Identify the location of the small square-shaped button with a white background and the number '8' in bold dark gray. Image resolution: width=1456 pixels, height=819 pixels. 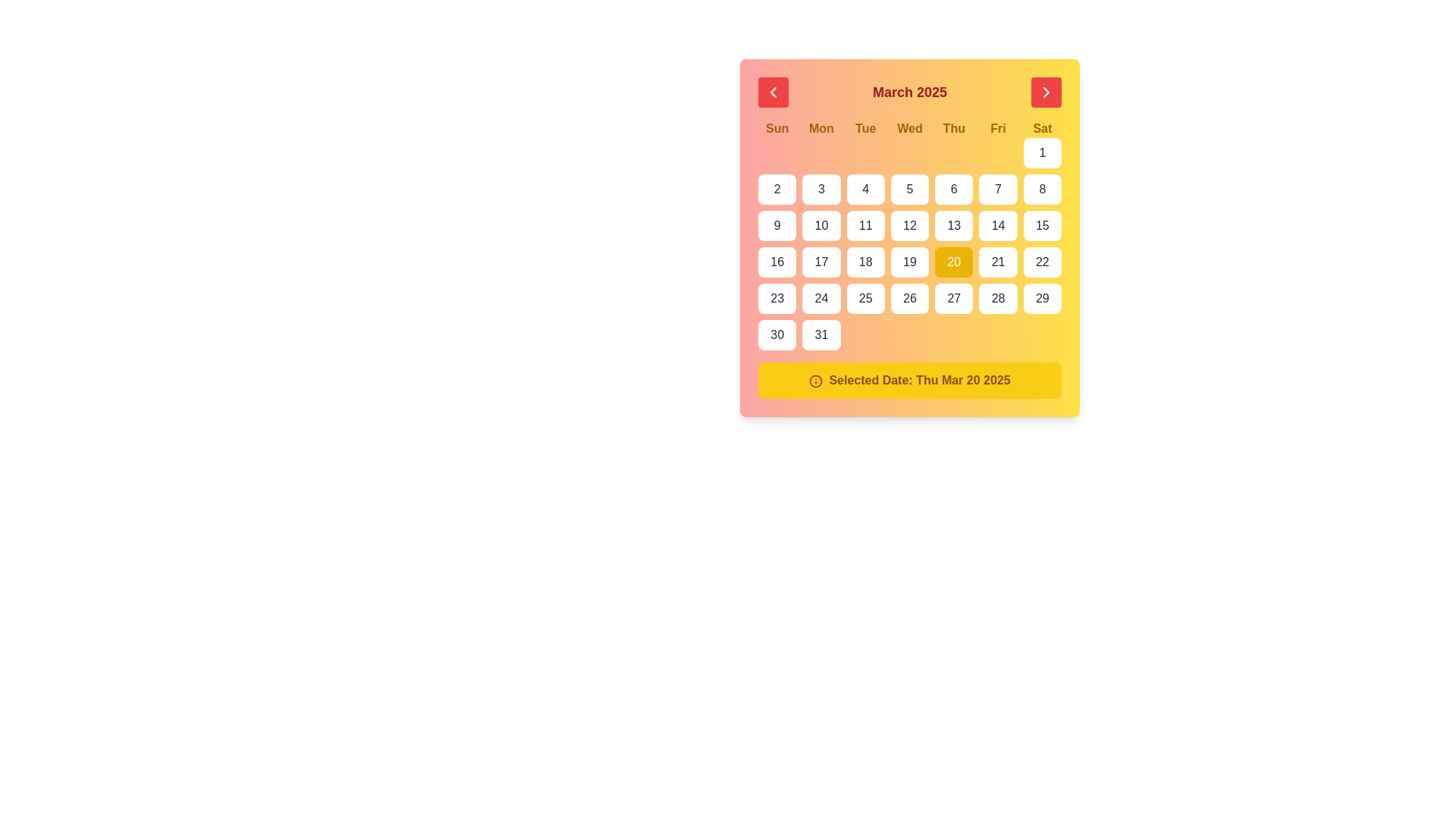
(1041, 189).